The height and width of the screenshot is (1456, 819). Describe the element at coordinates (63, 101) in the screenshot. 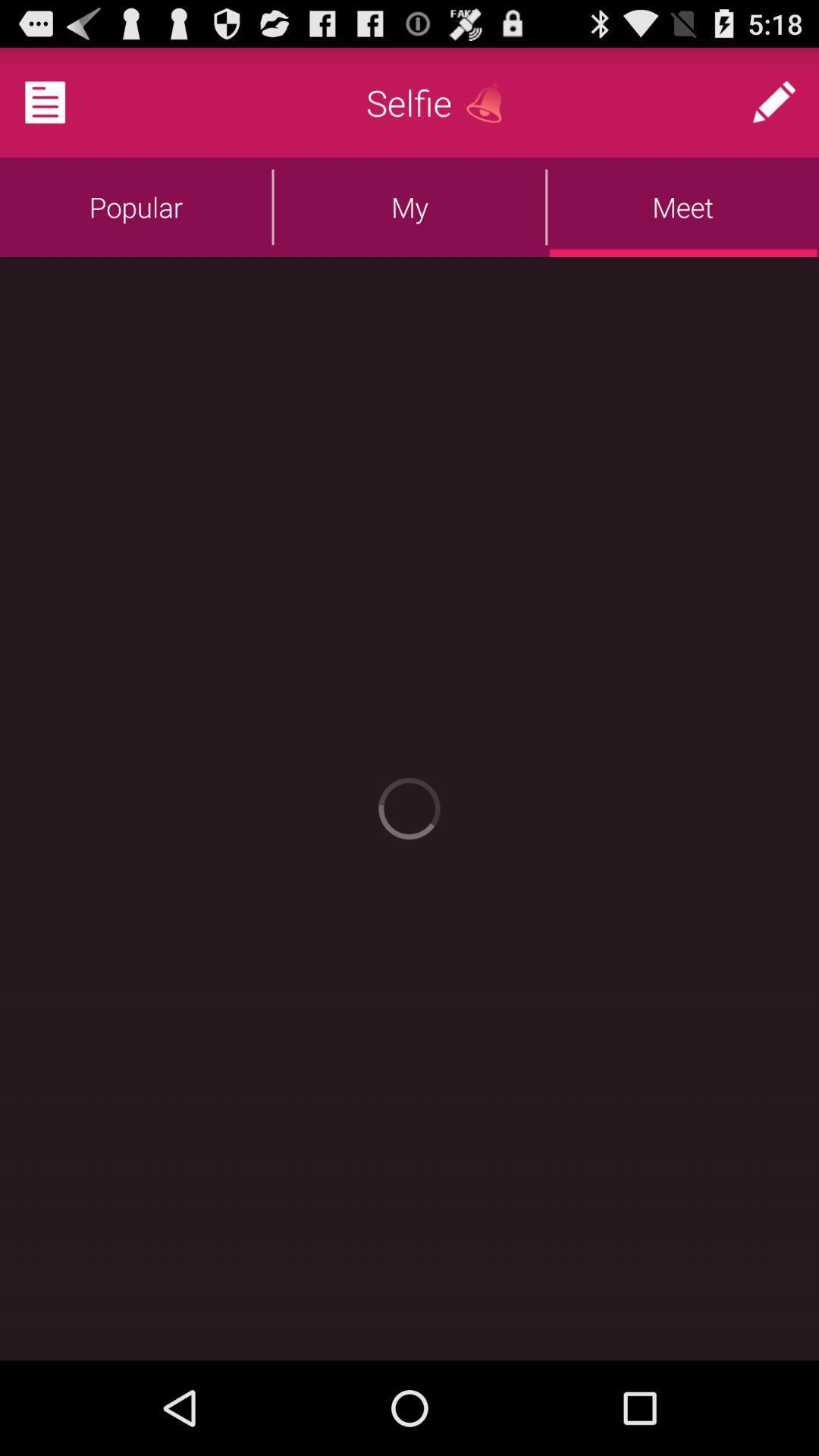

I see `floders option` at that location.